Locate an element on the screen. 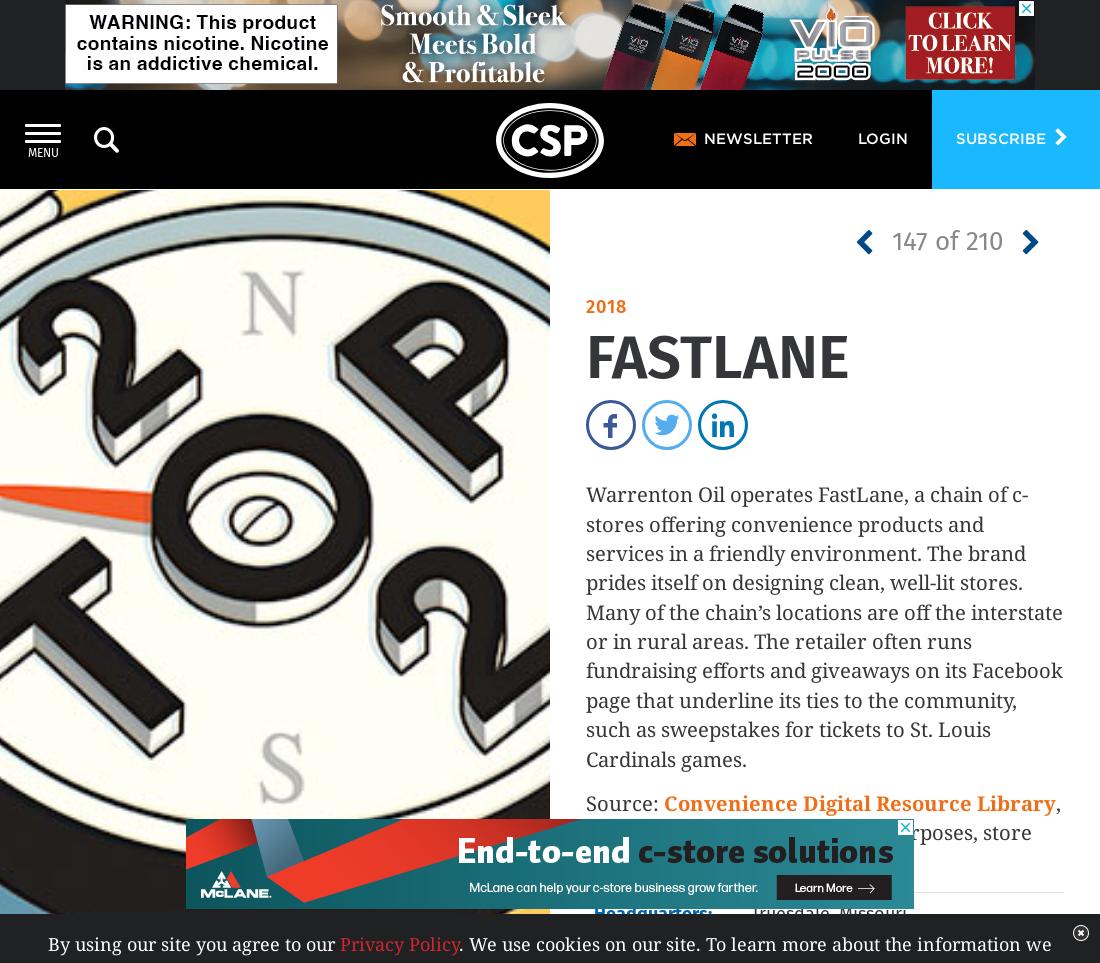  'Source:' is located at coordinates (625, 802).